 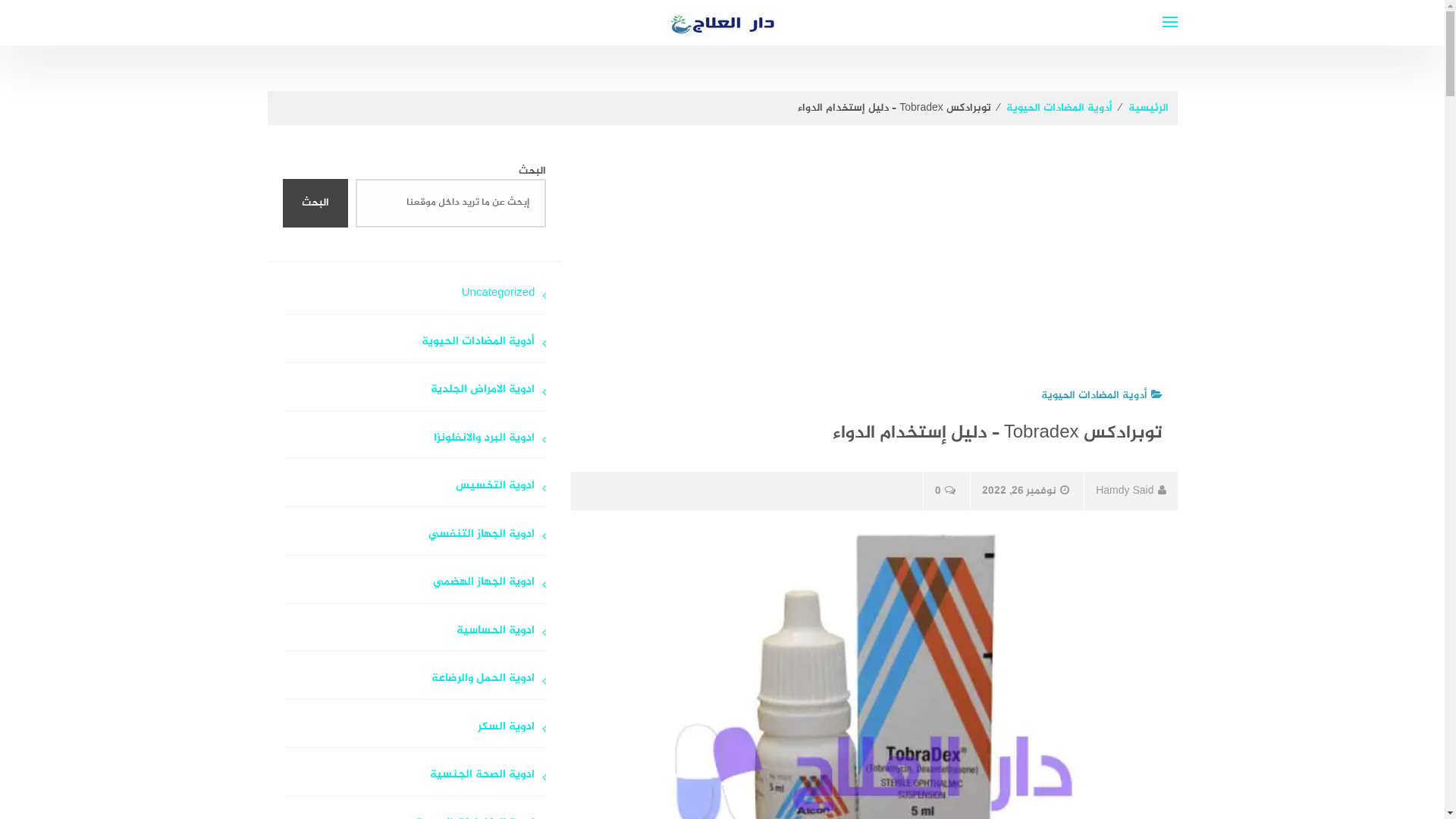 What do you see at coordinates (944, 491) in the screenshot?
I see `'0'` at bounding box center [944, 491].